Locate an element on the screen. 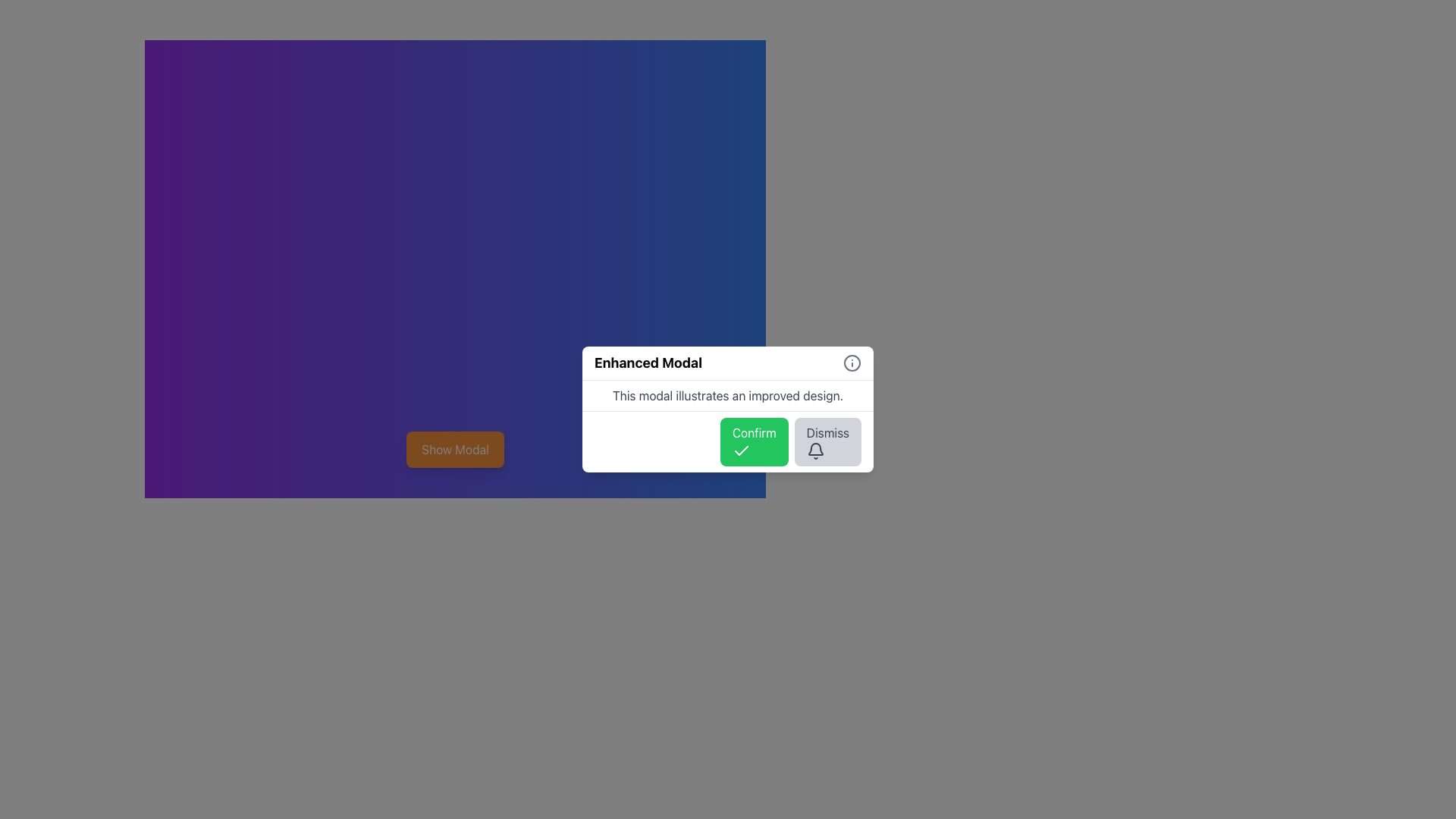 This screenshot has width=1456, height=819. the static text label displaying 'Enhanced Modal' at the top of the modal dialog is located at coordinates (648, 362).